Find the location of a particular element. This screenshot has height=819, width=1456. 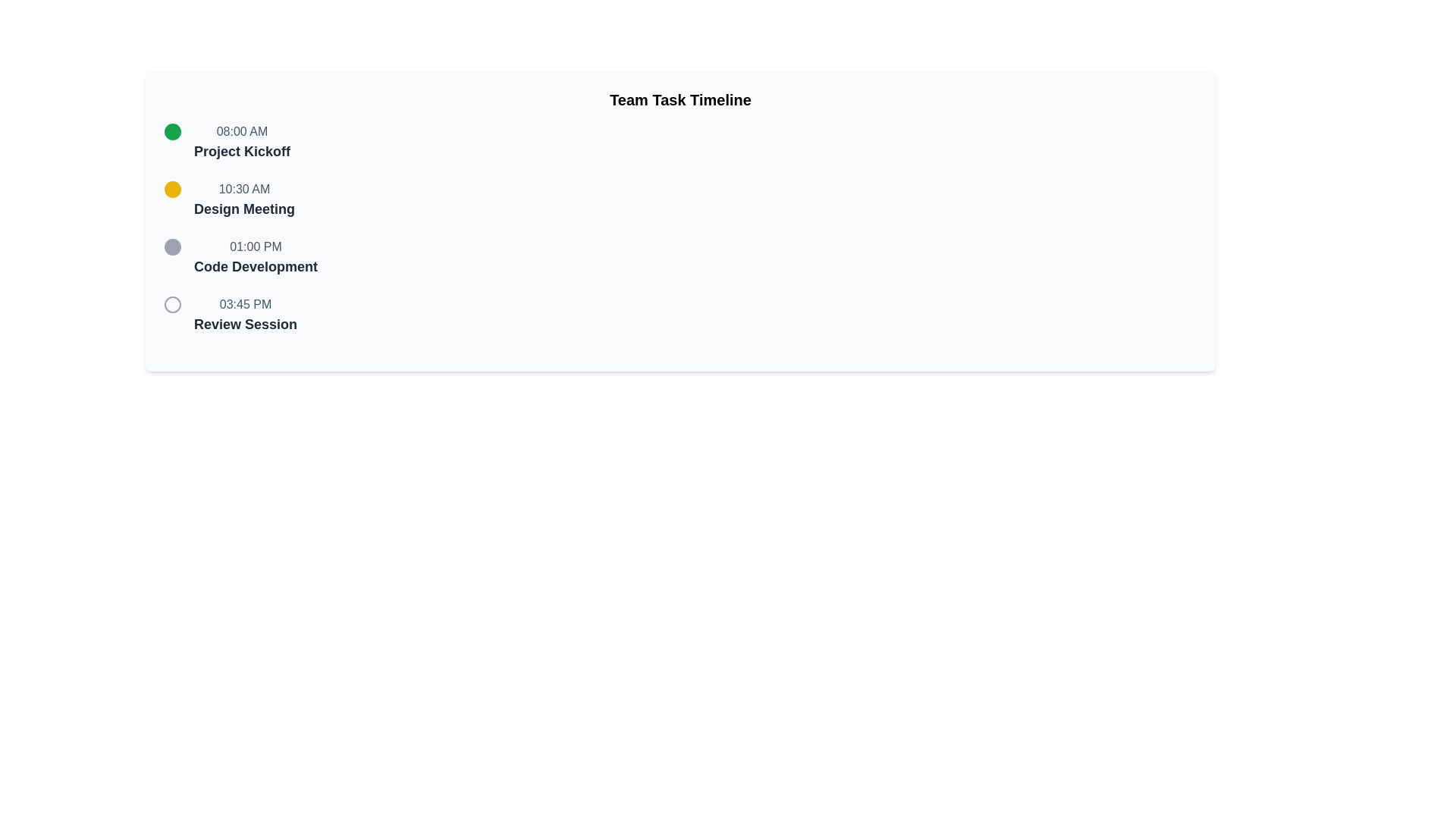

the green circular icon that indicates the status for the '08:00 AM Project Kickoff' event in the top-left section of the vertical timeline interface is located at coordinates (172, 130).